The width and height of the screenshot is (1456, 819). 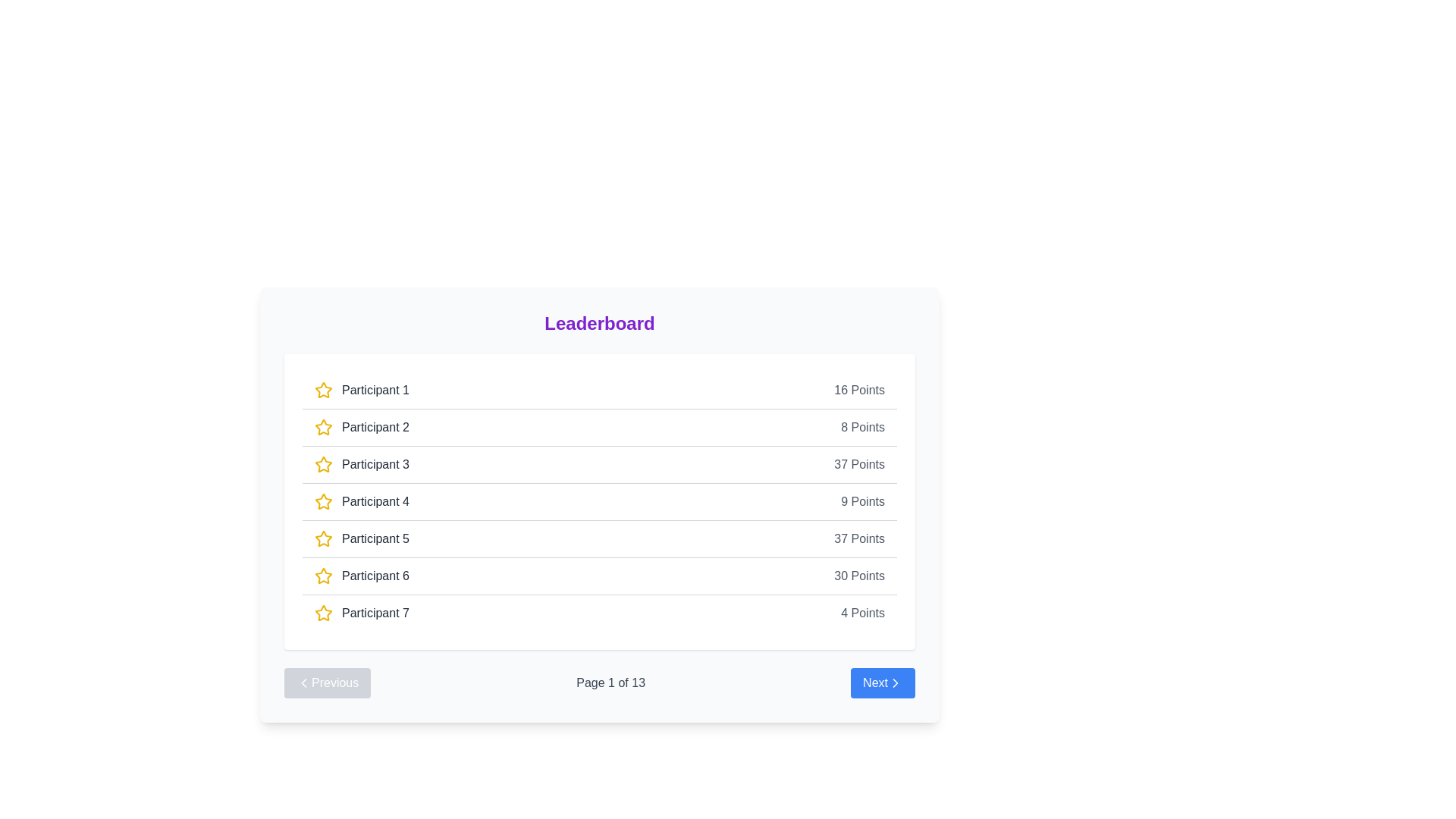 I want to click on text from the second participant label in the leaderboard, which is positioned between 'Participant 1' and 'Participant 3', so click(x=361, y=427).